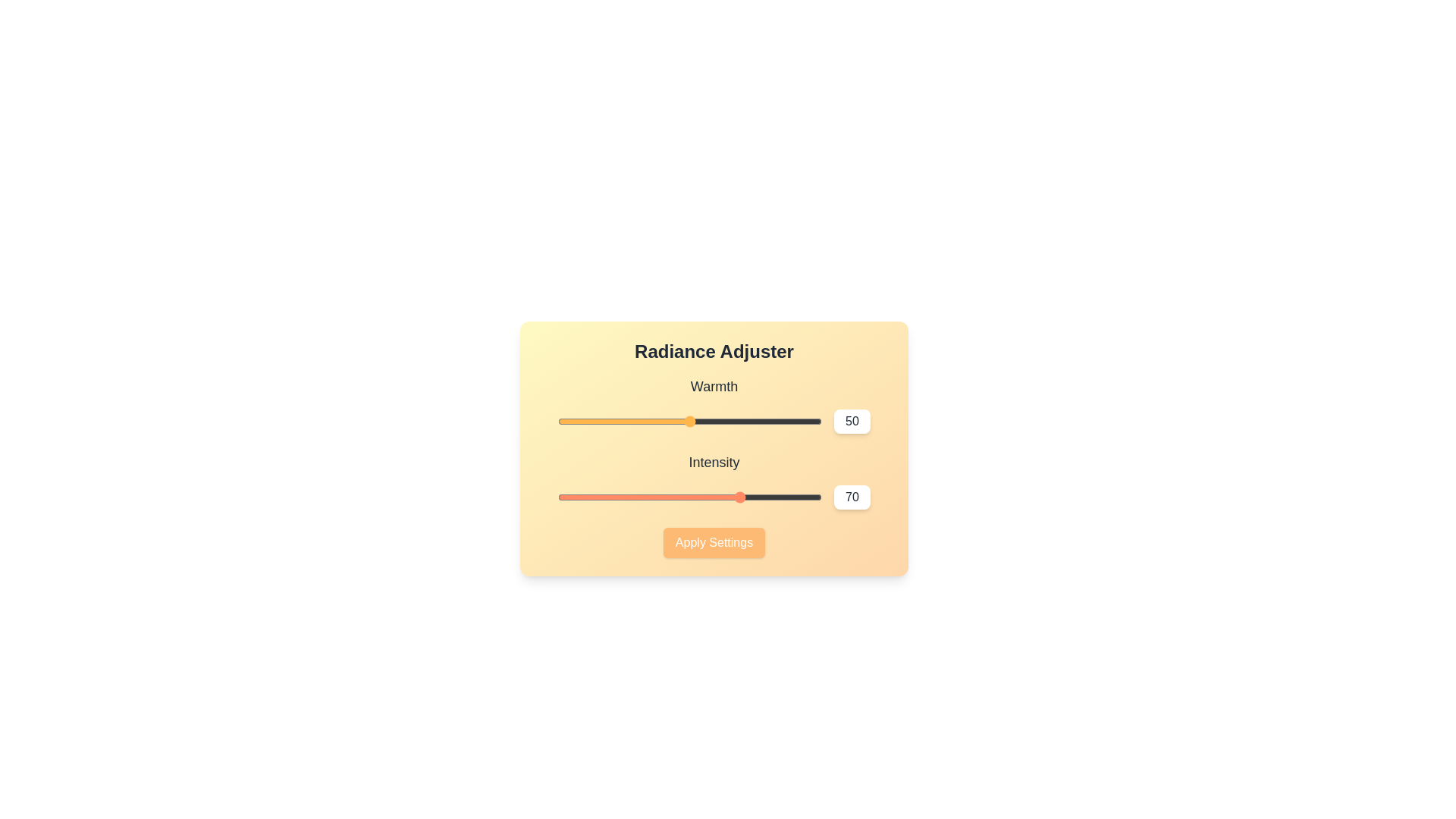 This screenshot has height=819, width=1456. Describe the element at coordinates (594, 497) in the screenshot. I see `the 'Intensity' slider to 14 value` at that location.